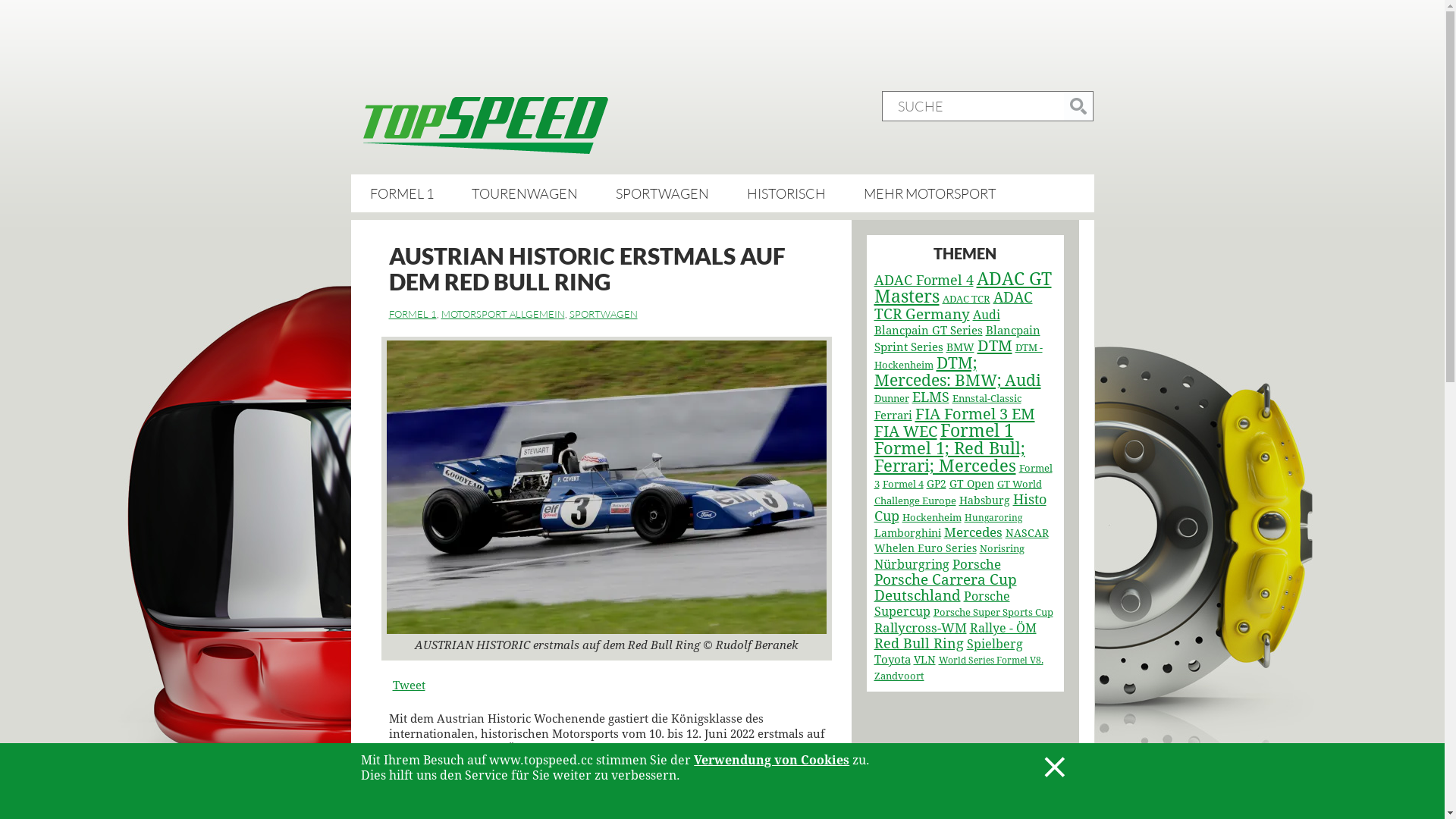 The width and height of the screenshot is (1456, 819). Describe the element at coordinates (993, 345) in the screenshot. I see `'DTM'` at that location.